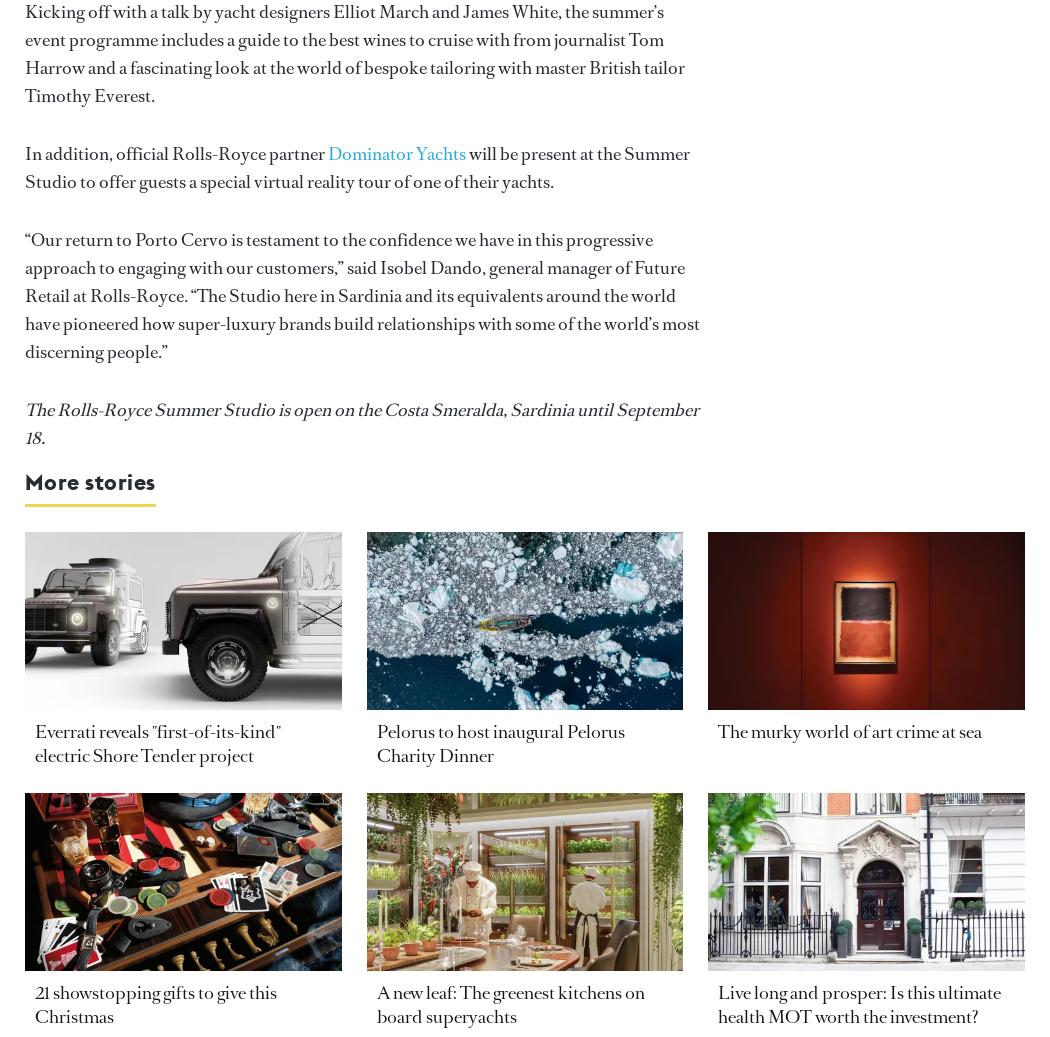 This screenshot has height=1037, width=1050. I want to click on 'In addition, official Rolls-Royce partner', so click(176, 152).